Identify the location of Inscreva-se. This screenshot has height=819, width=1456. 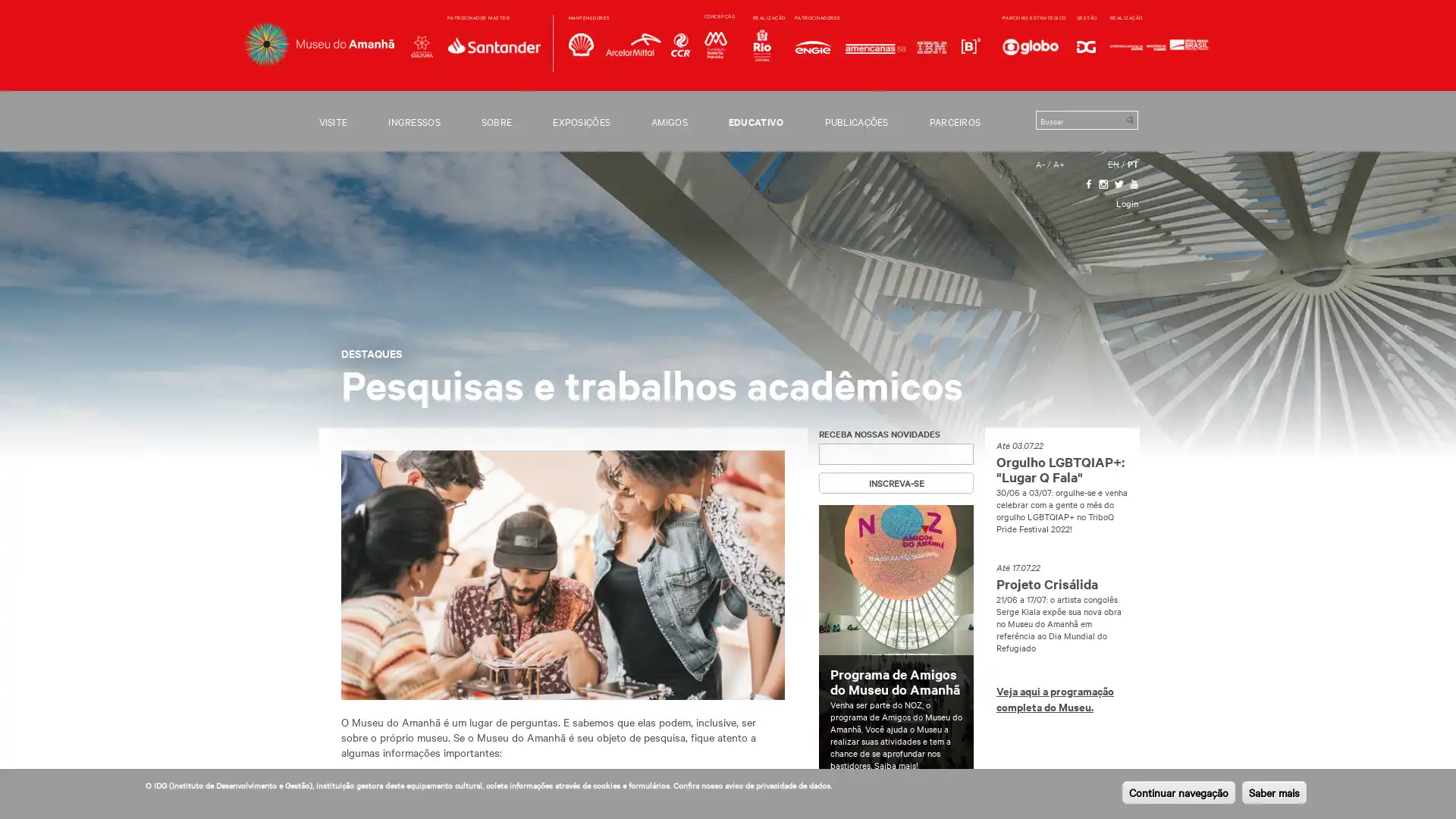
(896, 482).